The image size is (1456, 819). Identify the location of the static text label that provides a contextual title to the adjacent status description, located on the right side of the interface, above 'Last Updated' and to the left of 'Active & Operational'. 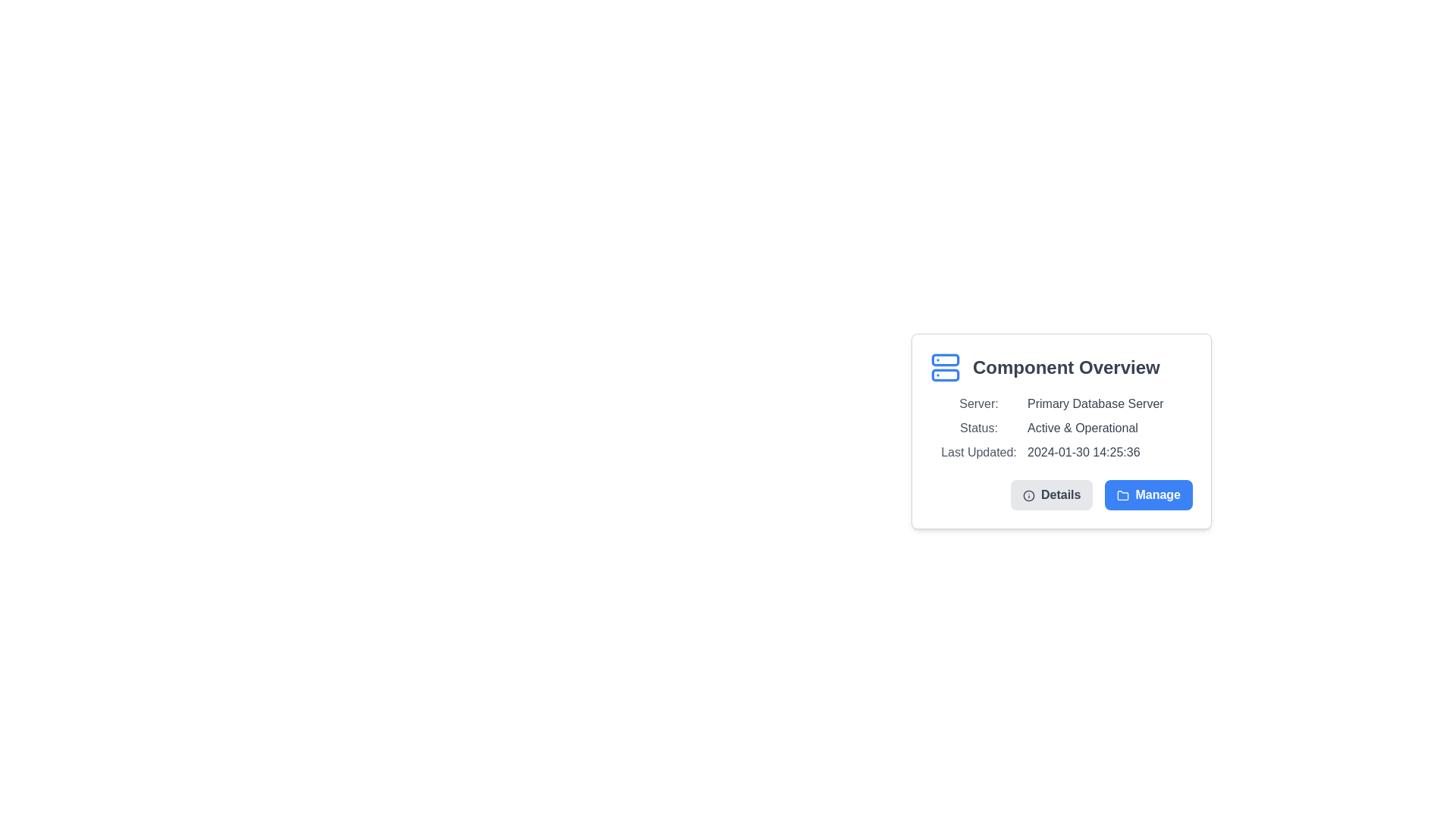
(979, 428).